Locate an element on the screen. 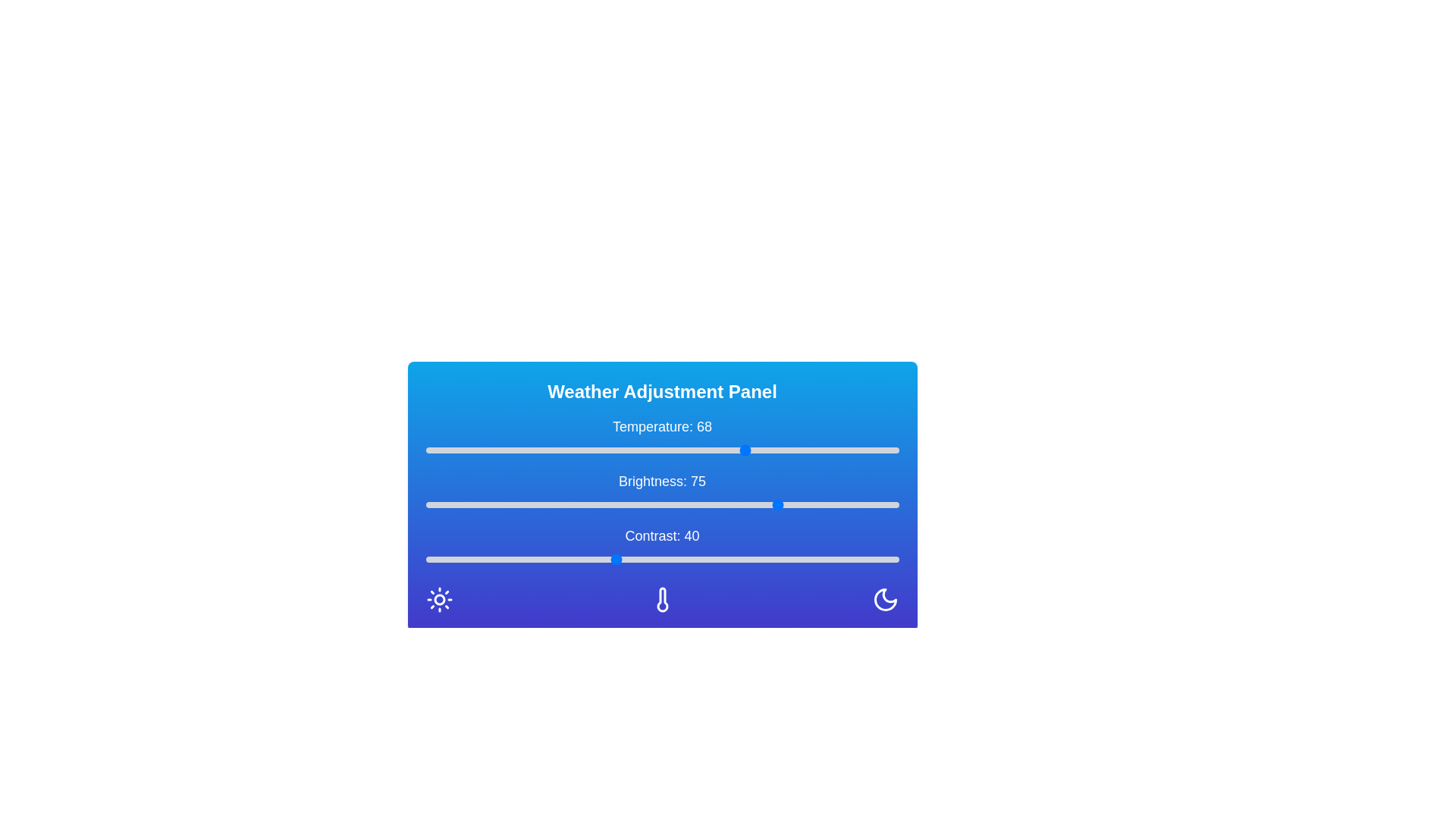  the Moon icon is located at coordinates (885, 598).